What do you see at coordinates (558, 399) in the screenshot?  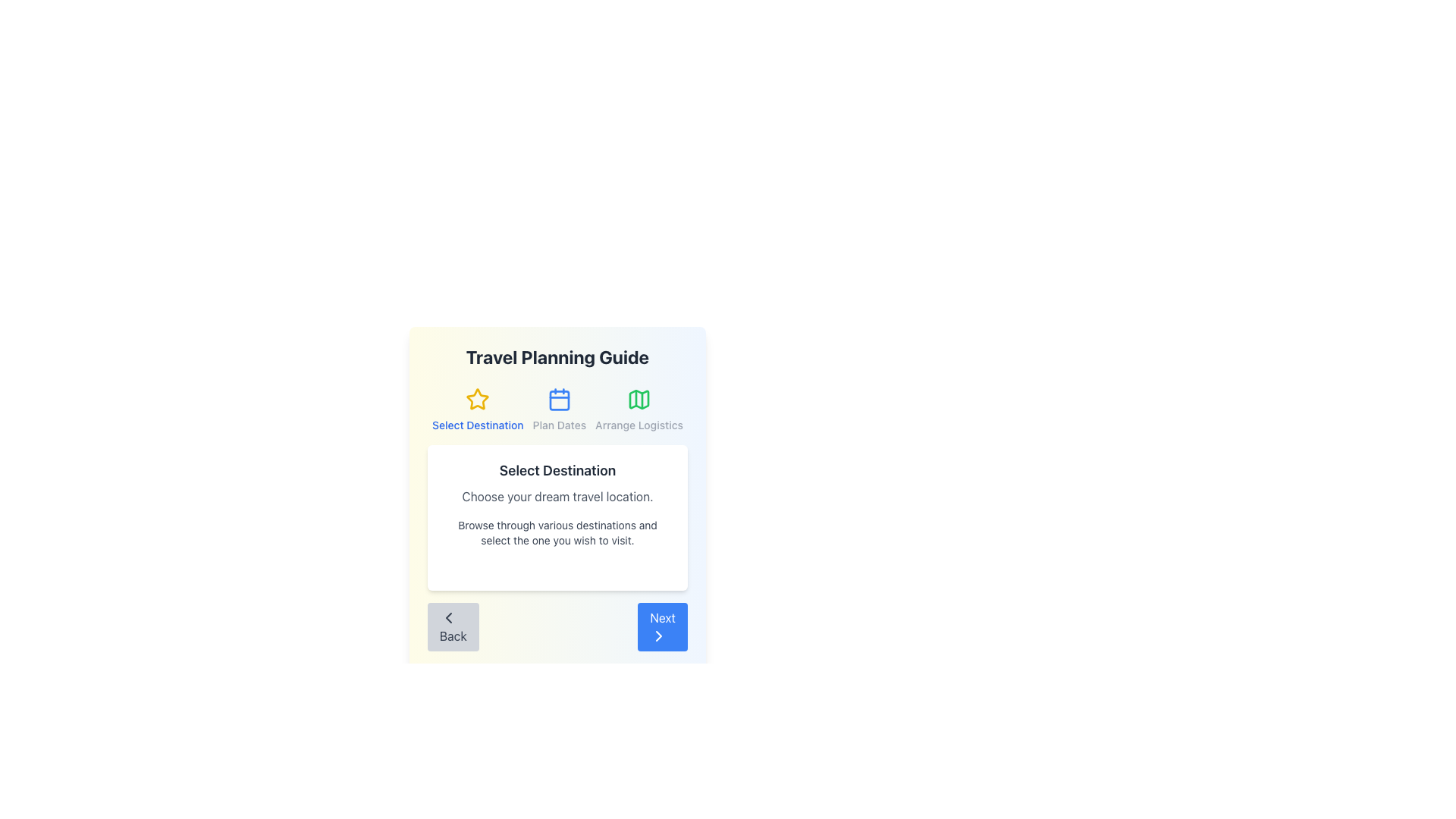 I see `the blue calendar icon button, which is the second icon from the left in the 'Plan Dates' navigation option` at bounding box center [558, 399].